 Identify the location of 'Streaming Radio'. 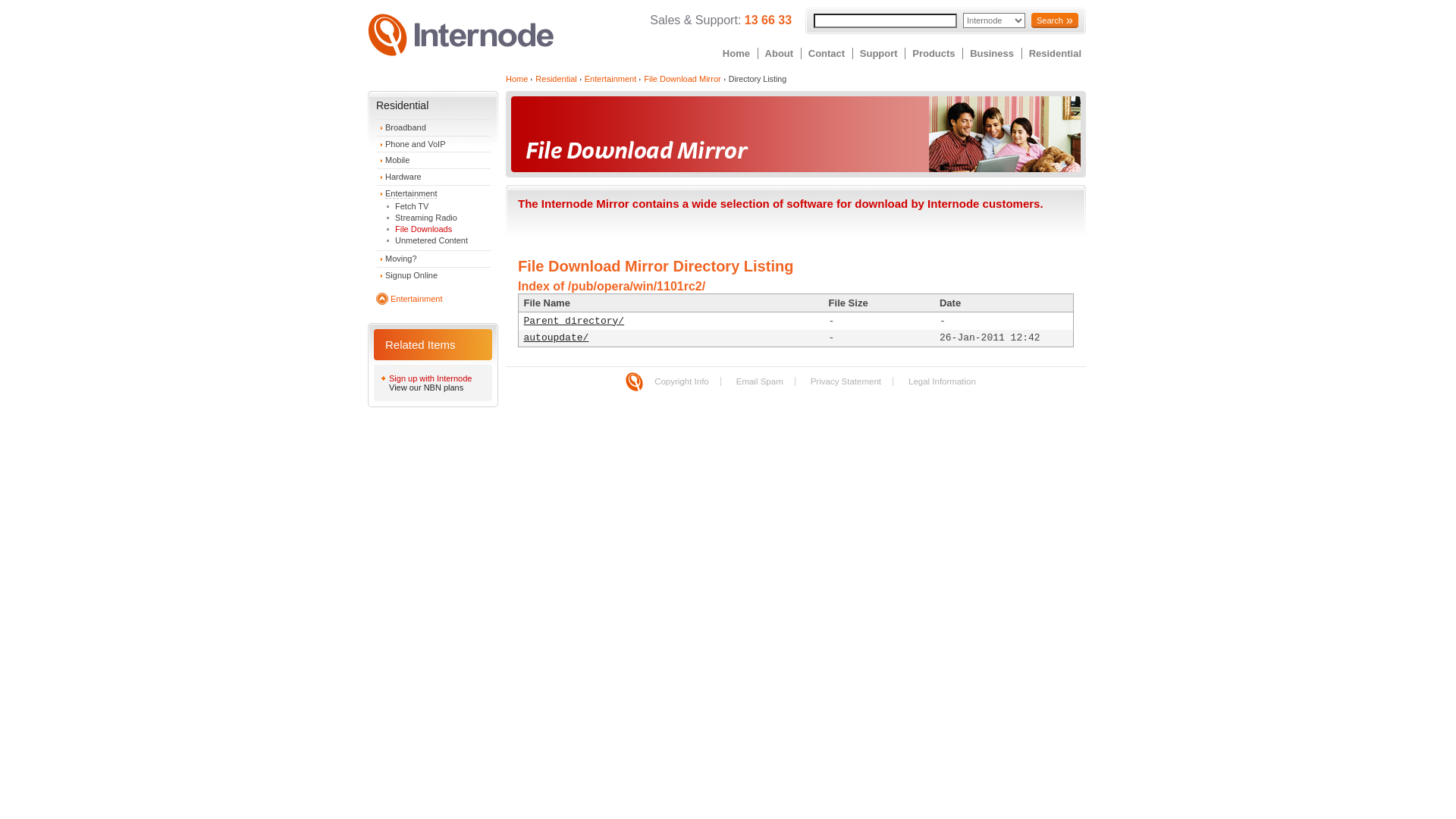
(425, 217).